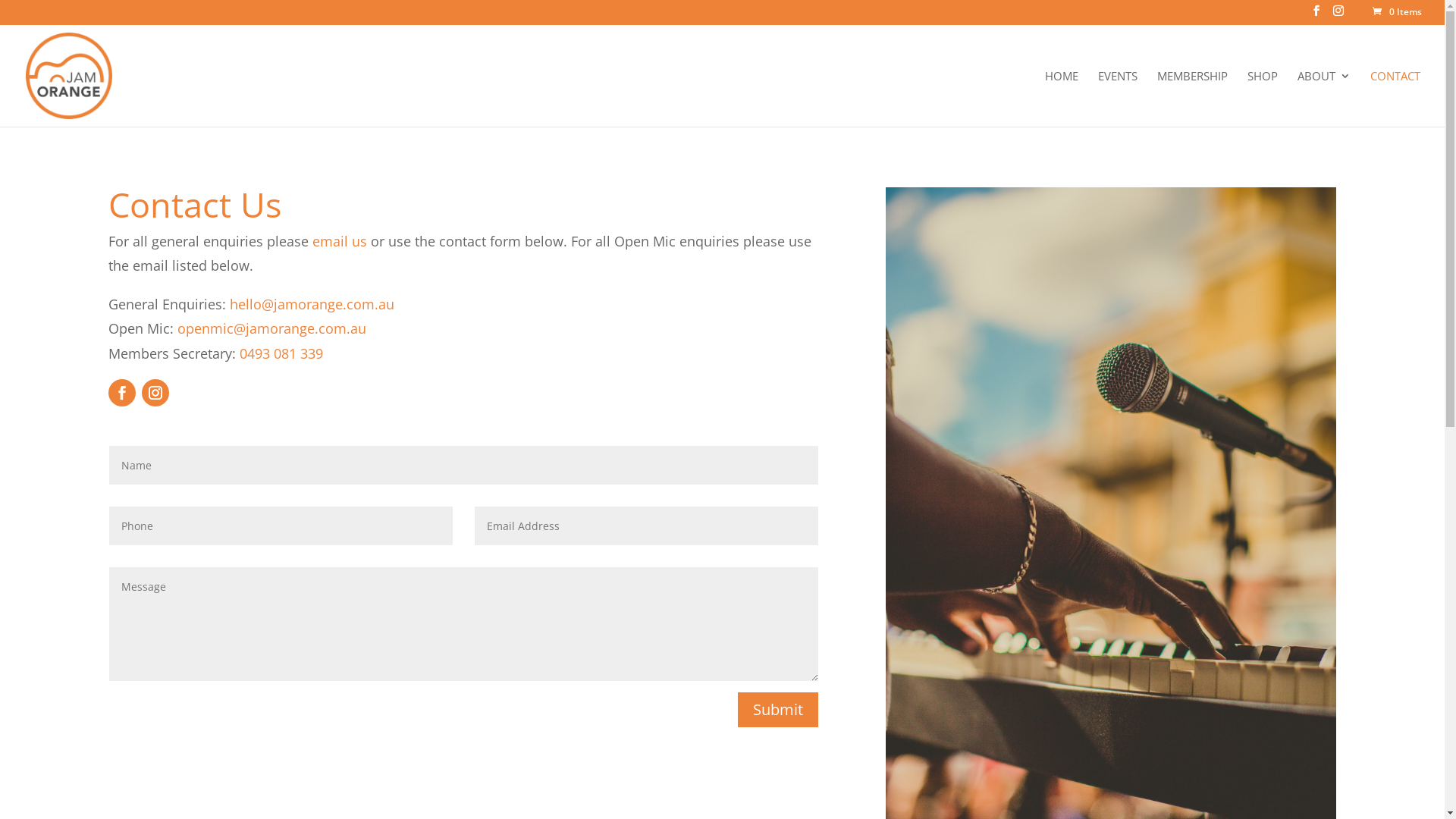 The image size is (1456, 819). What do you see at coordinates (177, 327) in the screenshot?
I see `'openmic@jamorange.com.au'` at bounding box center [177, 327].